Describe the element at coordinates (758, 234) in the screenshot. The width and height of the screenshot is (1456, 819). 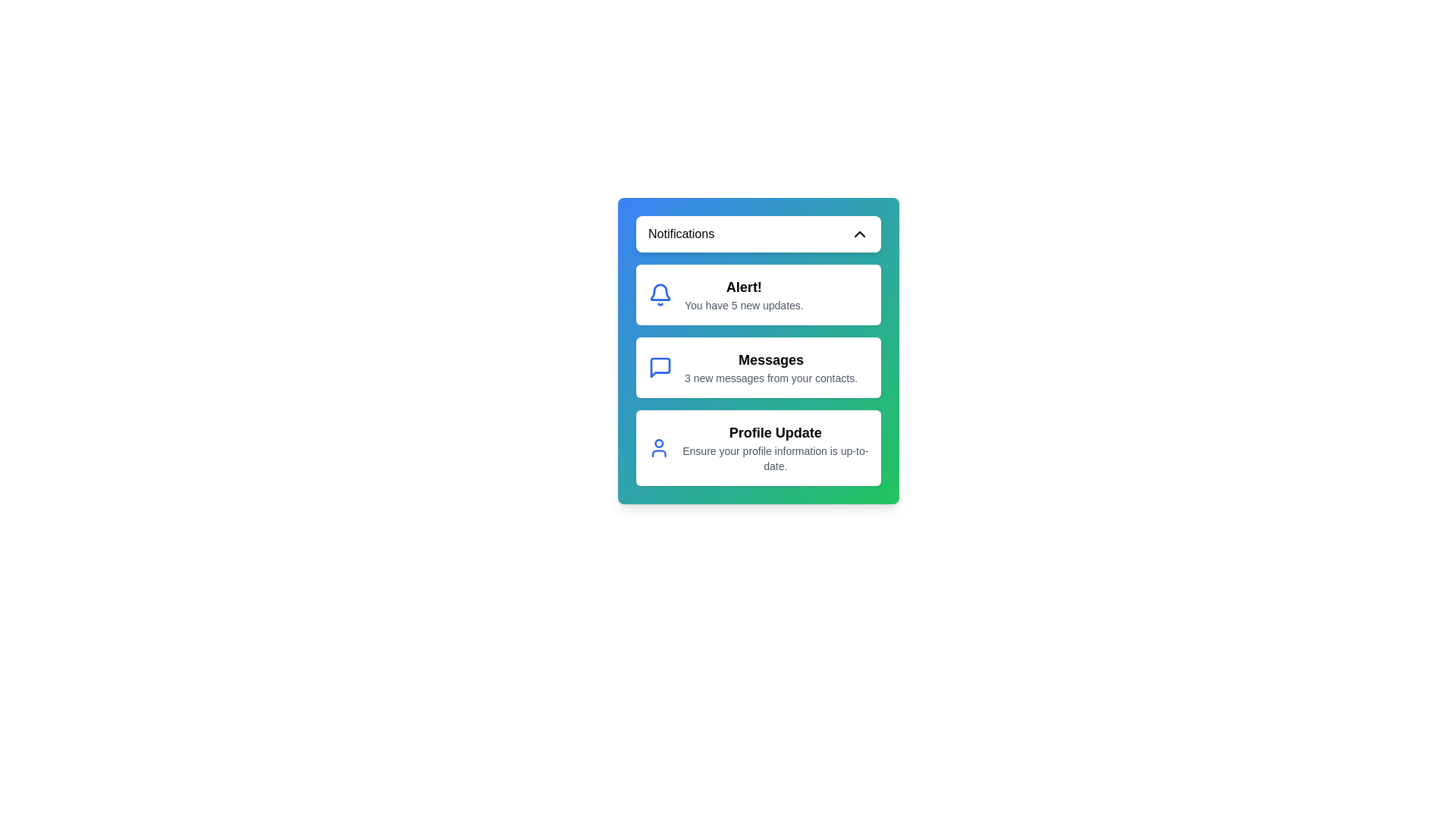
I see `the 'Notifications' button to toggle the menu visibility` at that location.